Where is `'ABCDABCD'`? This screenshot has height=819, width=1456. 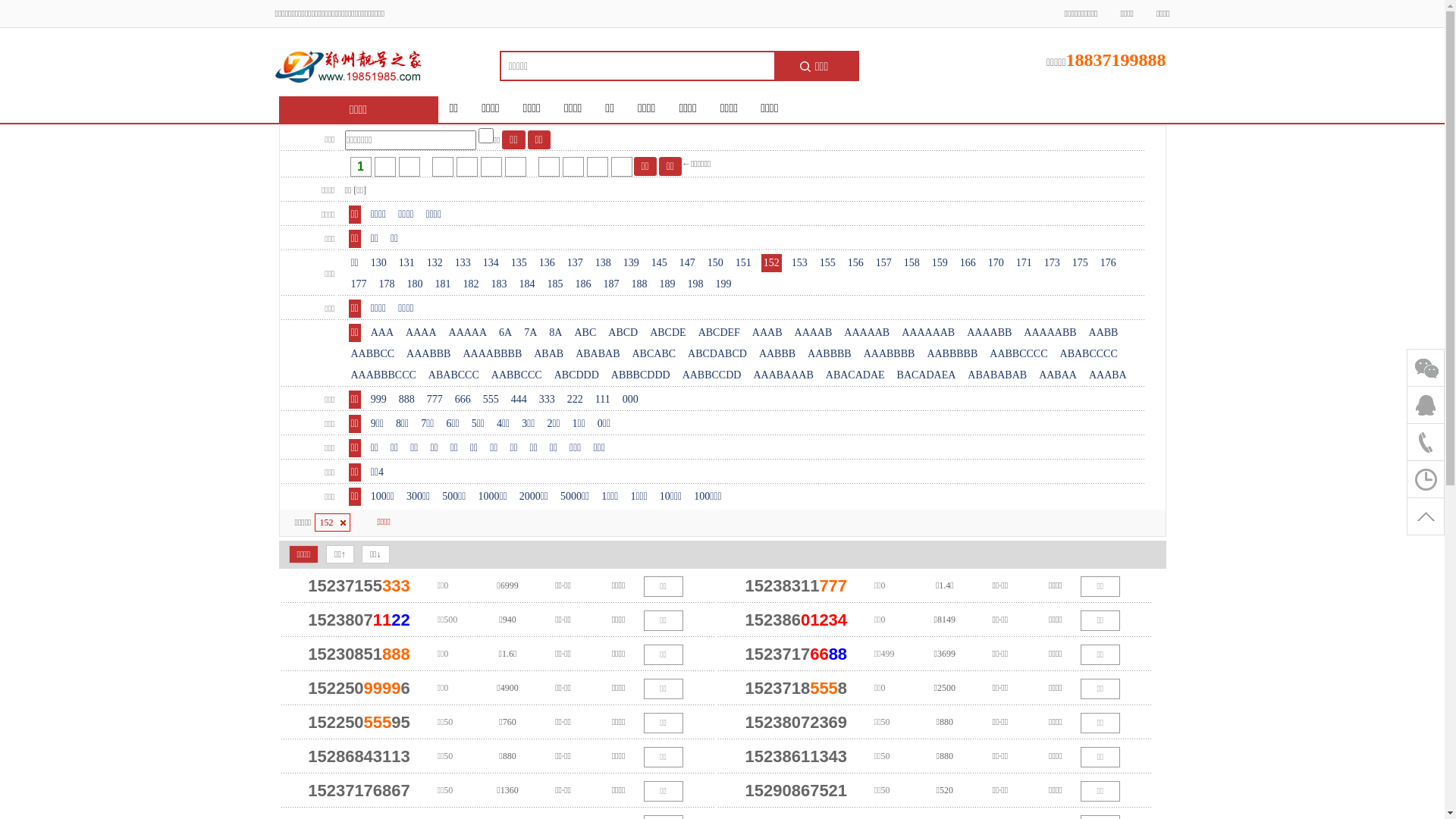
'ABCDABCD' is located at coordinates (684, 353).